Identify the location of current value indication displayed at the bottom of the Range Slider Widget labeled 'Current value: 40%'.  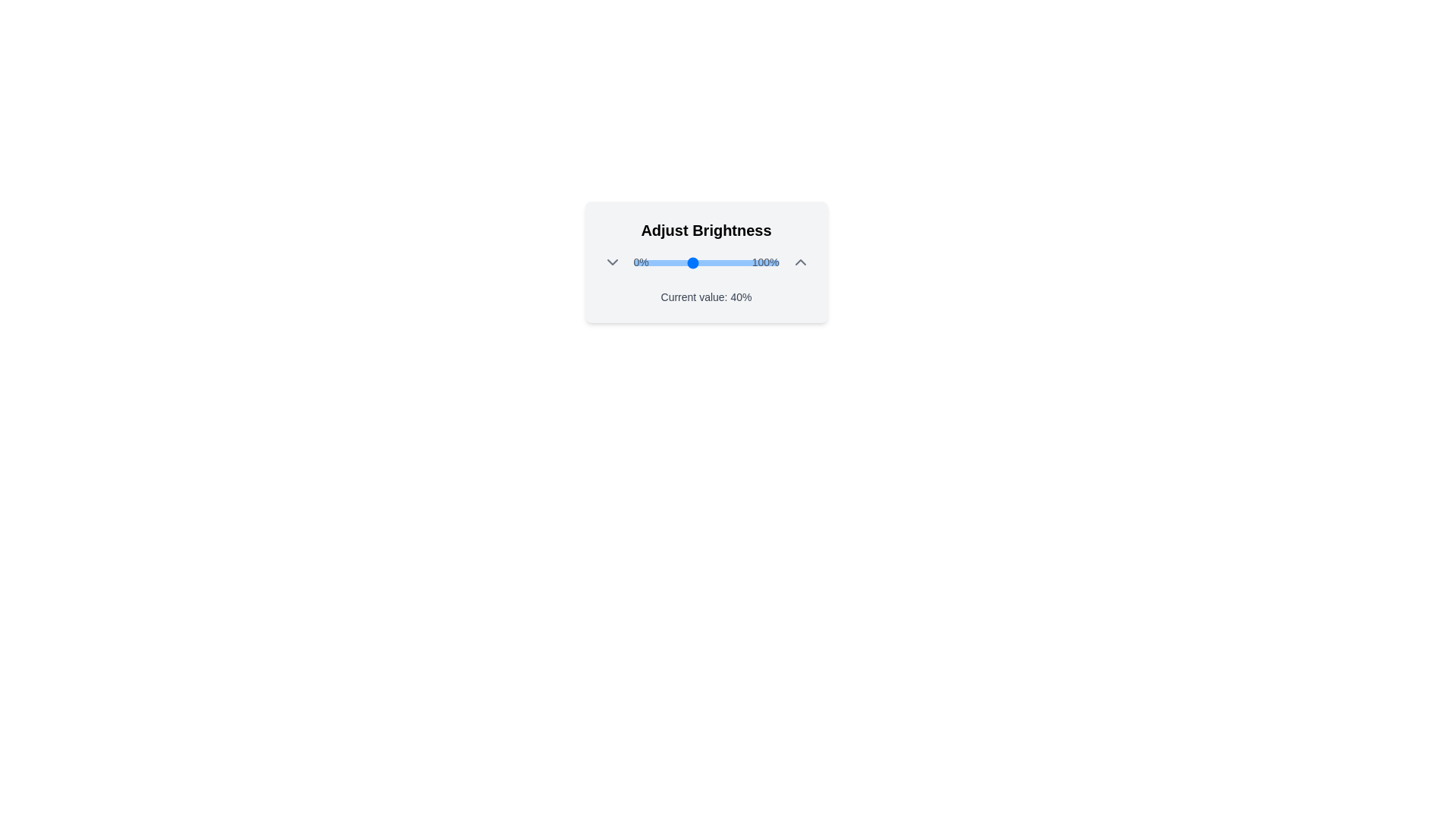
(705, 262).